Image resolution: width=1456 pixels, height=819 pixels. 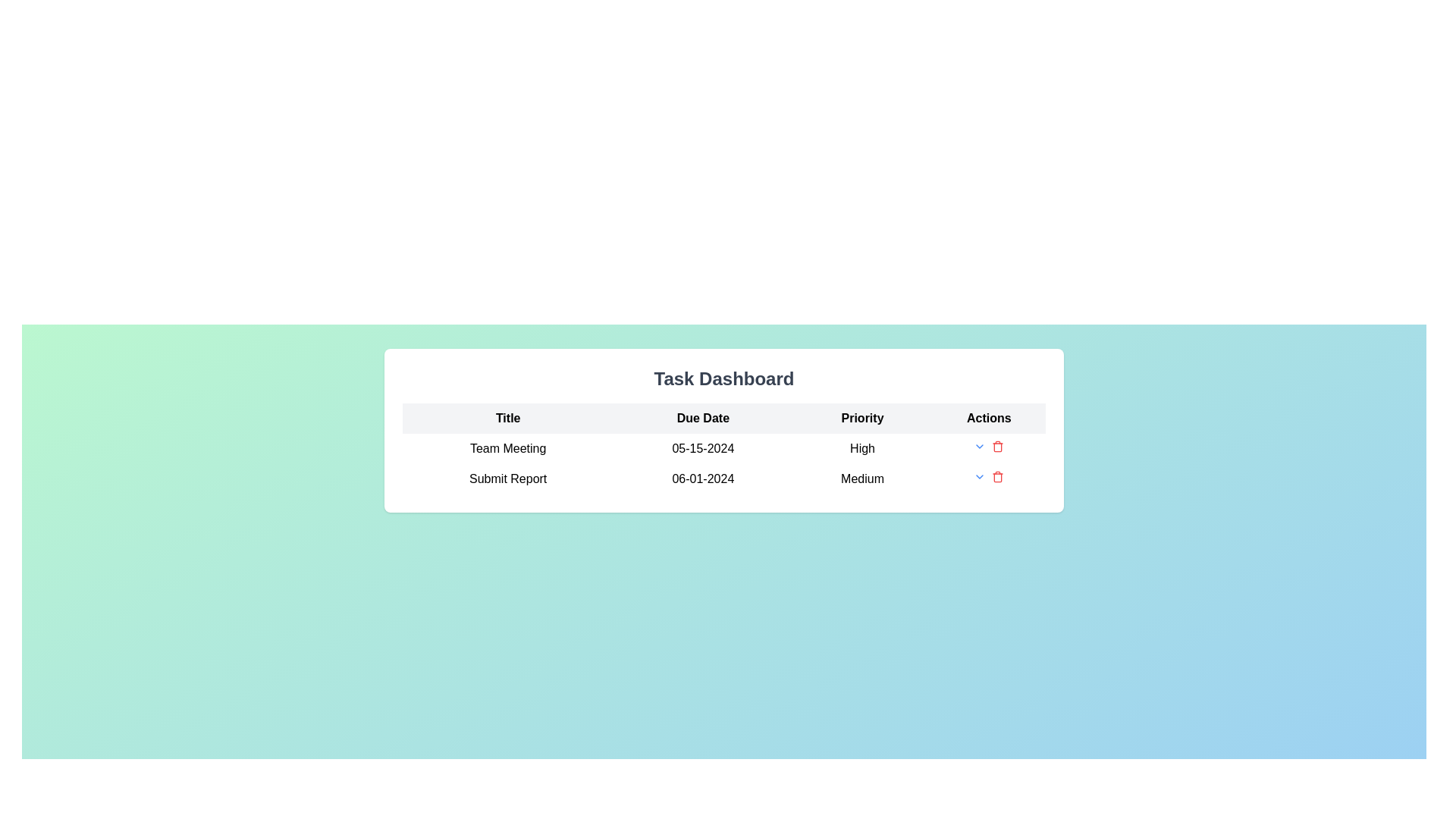 What do you see at coordinates (723, 479) in the screenshot?
I see `the table row containing the title 'Submit Report,' due date '06-01-2024,' and priority level 'Medium.' This row is located in the 'Task Dashboard' table, directly below the row for 'Team Meeting.'` at bounding box center [723, 479].